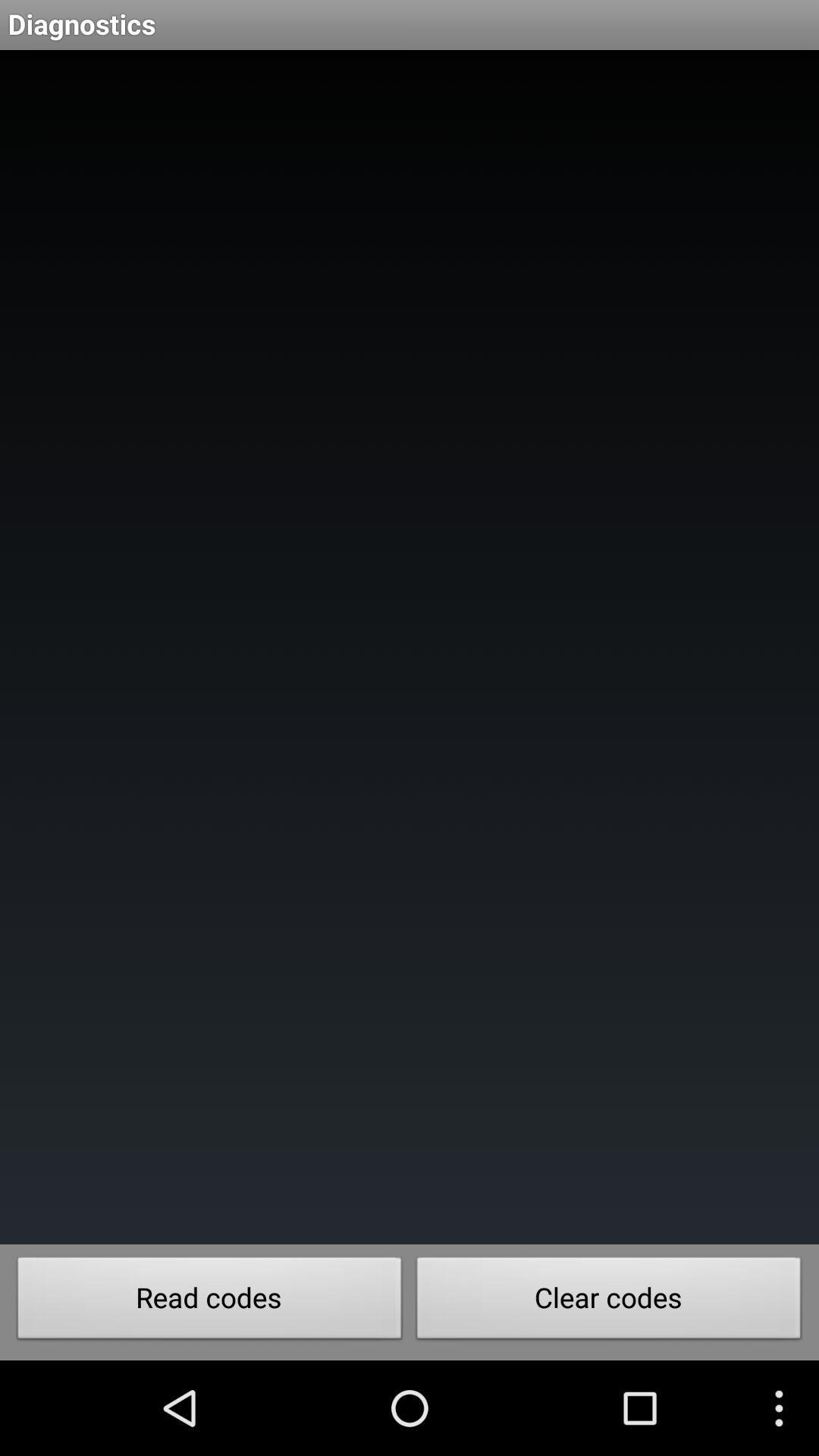 The height and width of the screenshot is (1456, 819). Describe the element at coordinates (209, 1301) in the screenshot. I see `button at the bottom left corner` at that location.